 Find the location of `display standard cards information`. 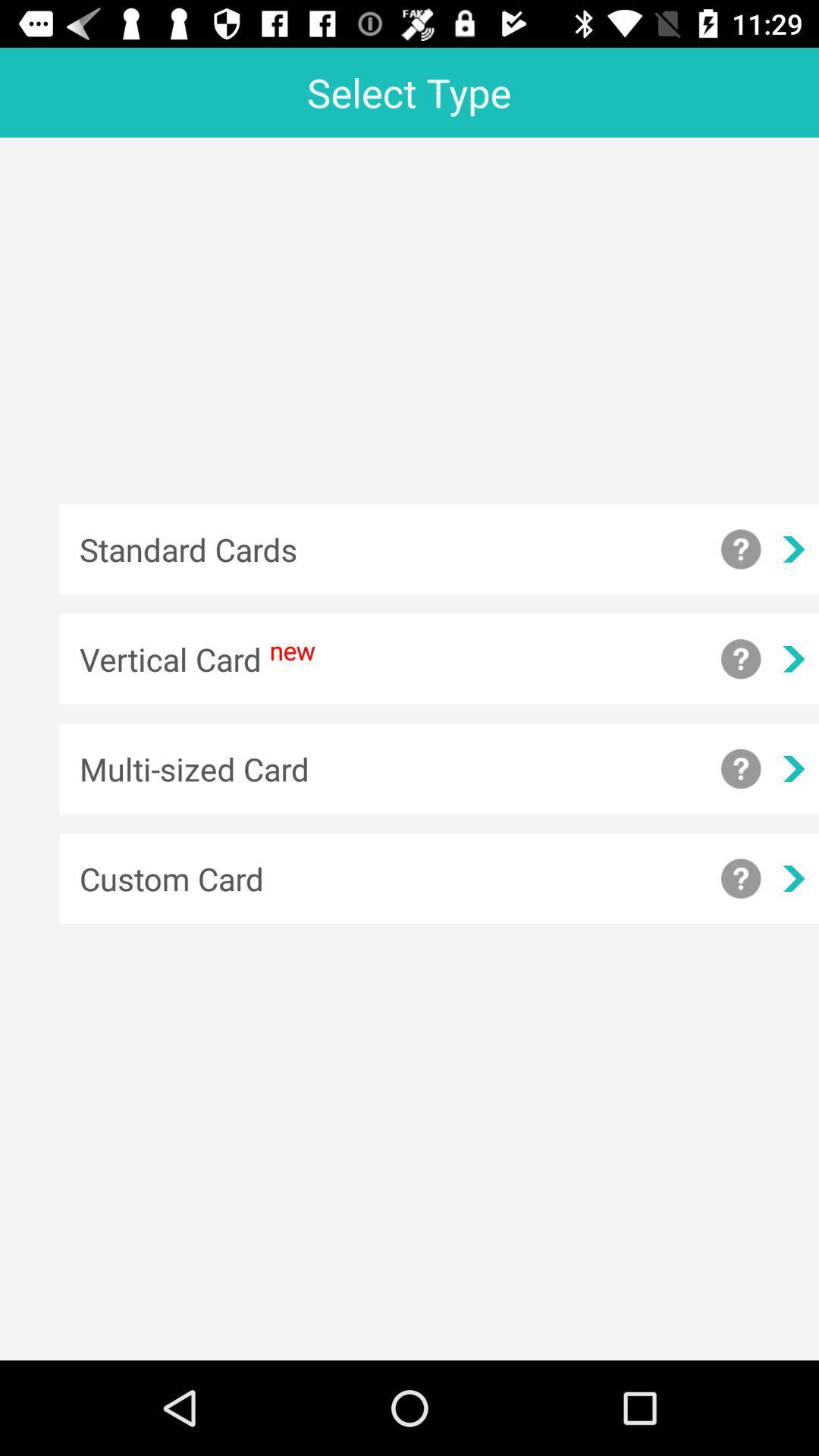

display standard cards information is located at coordinates (740, 548).